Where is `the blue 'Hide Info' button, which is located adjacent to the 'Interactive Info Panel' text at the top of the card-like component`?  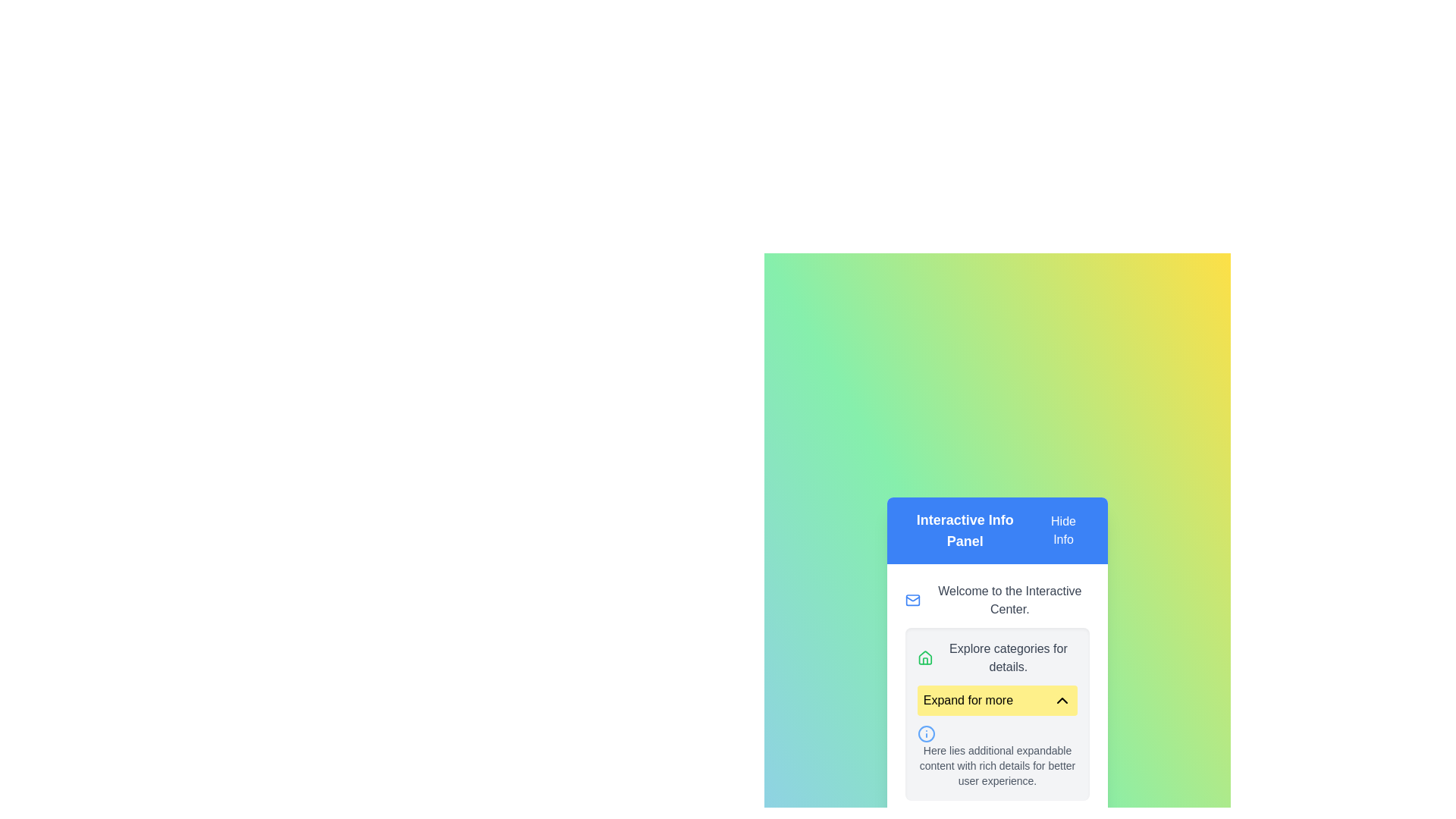
the blue 'Hide Info' button, which is located adjacent to the 'Interactive Info Panel' text at the top of the card-like component is located at coordinates (1062, 529).